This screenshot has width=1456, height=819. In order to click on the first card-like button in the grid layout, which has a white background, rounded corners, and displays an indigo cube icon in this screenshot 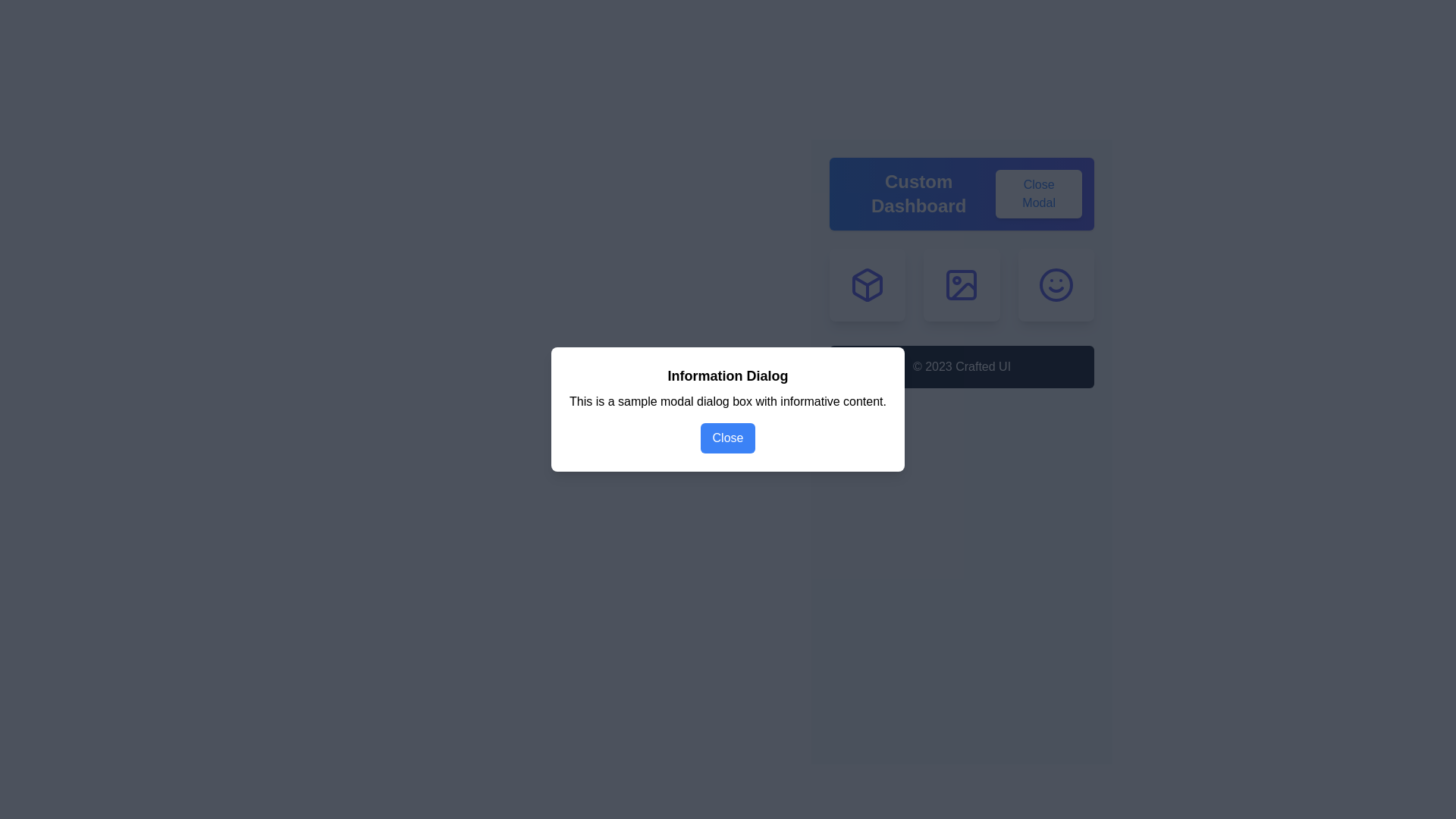, I will do `click(868, 284)`.